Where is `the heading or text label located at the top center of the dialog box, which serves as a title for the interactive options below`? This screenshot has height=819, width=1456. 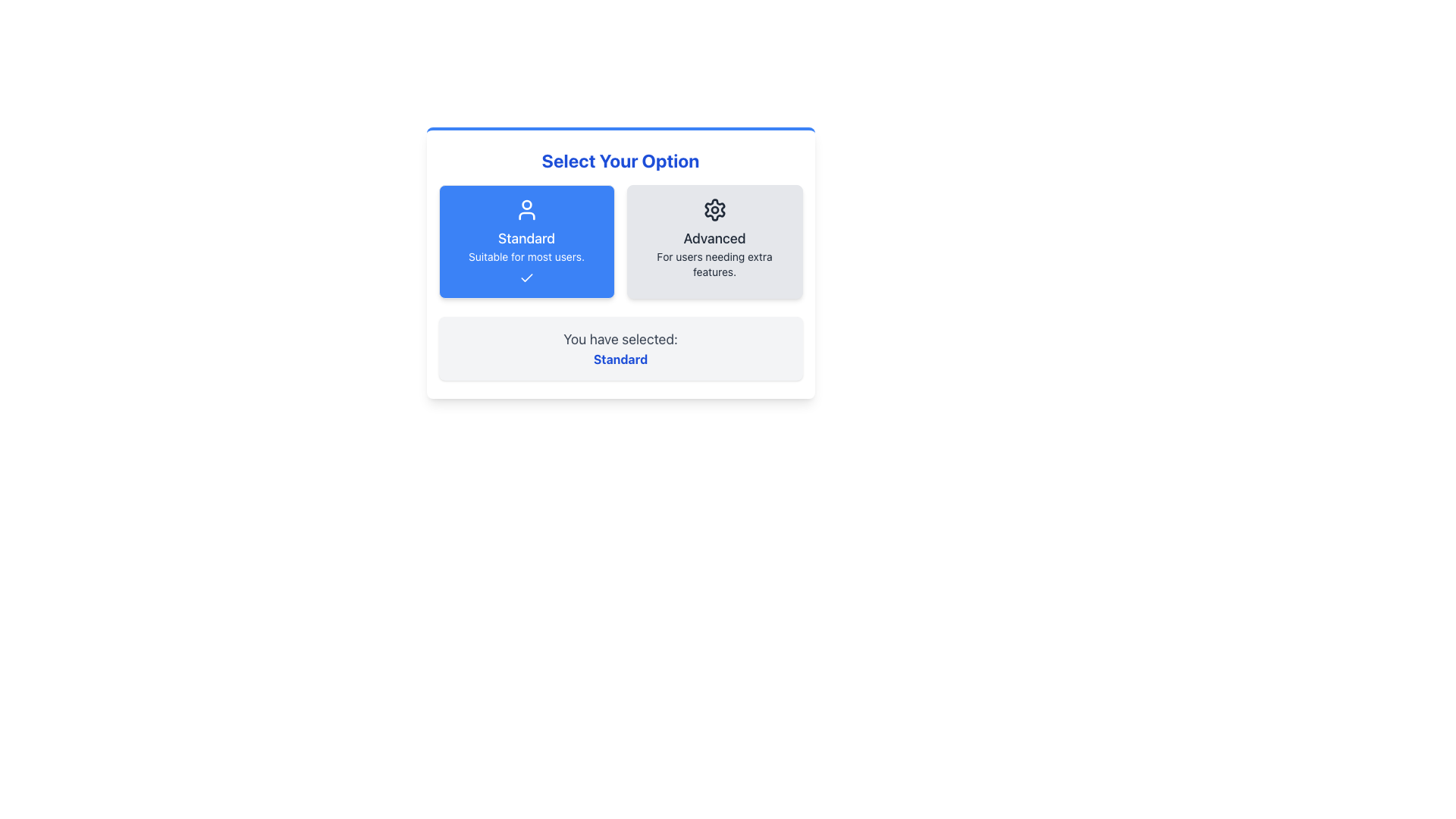 the heading or text label located at the top center of the dialog box, which serves as a title for the interactive options below is located at coordinates (620, 161).